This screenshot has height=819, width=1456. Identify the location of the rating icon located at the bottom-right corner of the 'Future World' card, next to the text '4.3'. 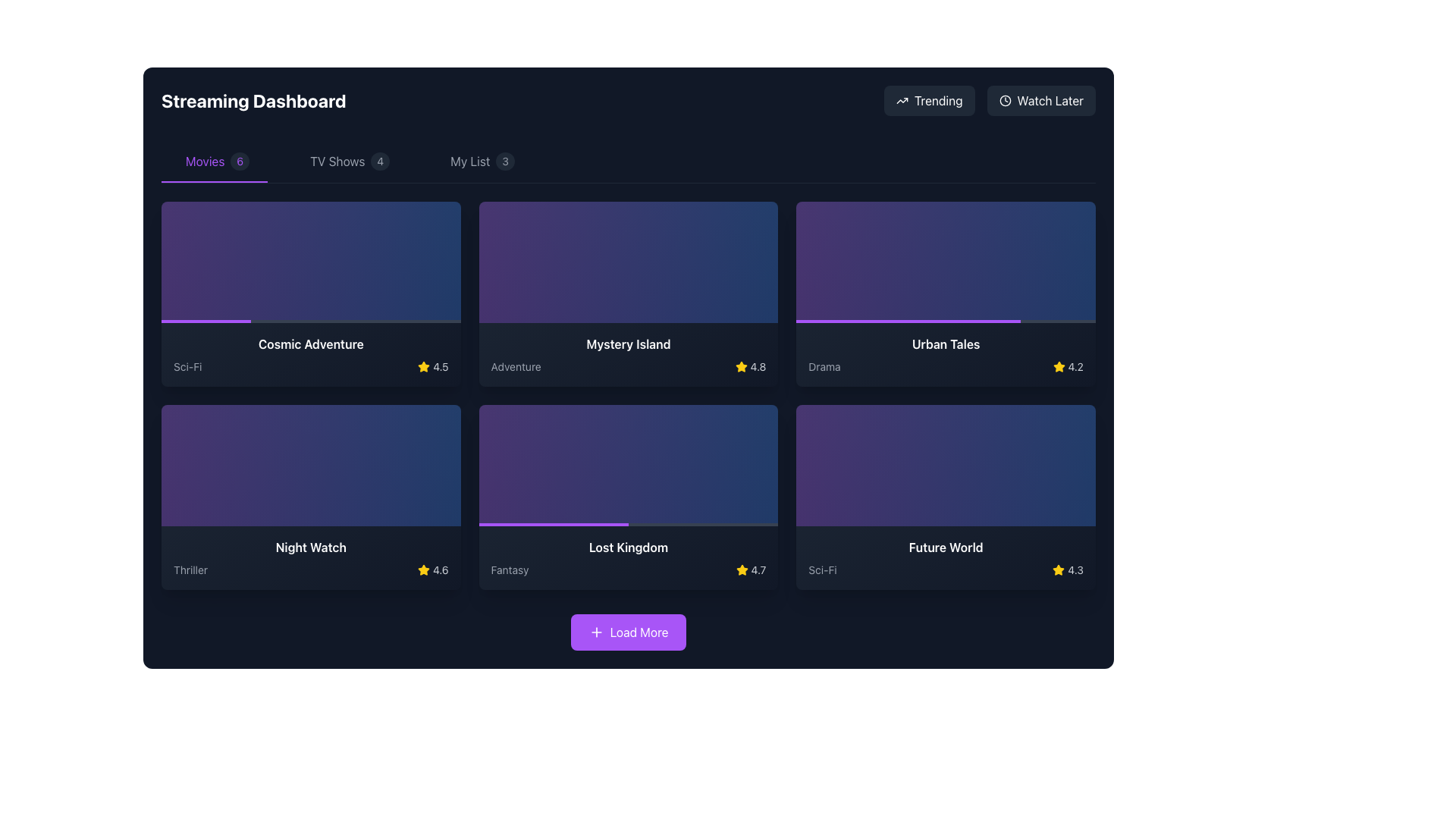
(1058, 570).